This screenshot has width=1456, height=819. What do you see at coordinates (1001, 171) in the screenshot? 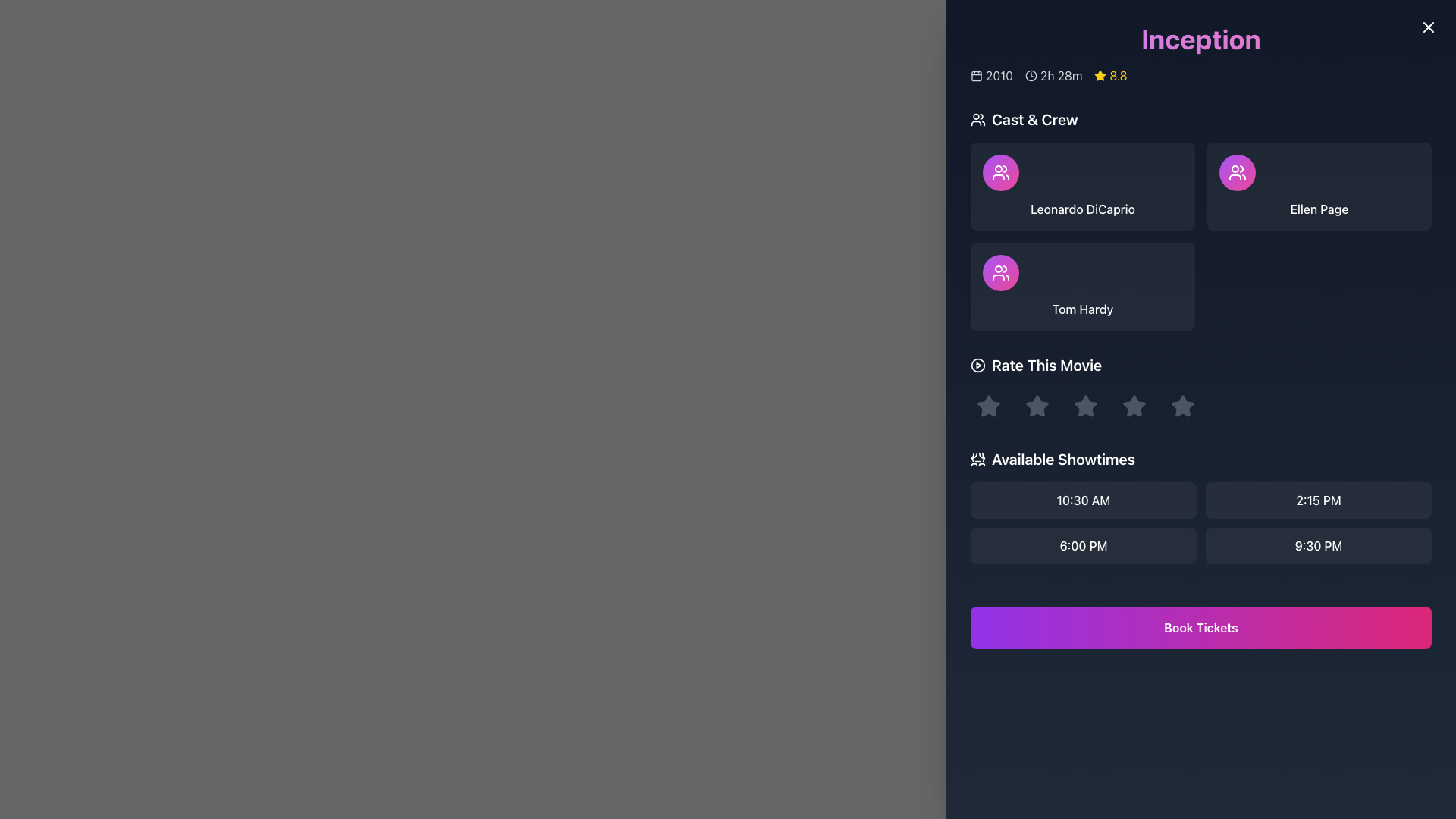
I see `the icon representing the group of persons for cast member Ellen Page, located in the top-left corner of the cast card in the 'Cast & Crew' section` at bounding box center [1001, 171].